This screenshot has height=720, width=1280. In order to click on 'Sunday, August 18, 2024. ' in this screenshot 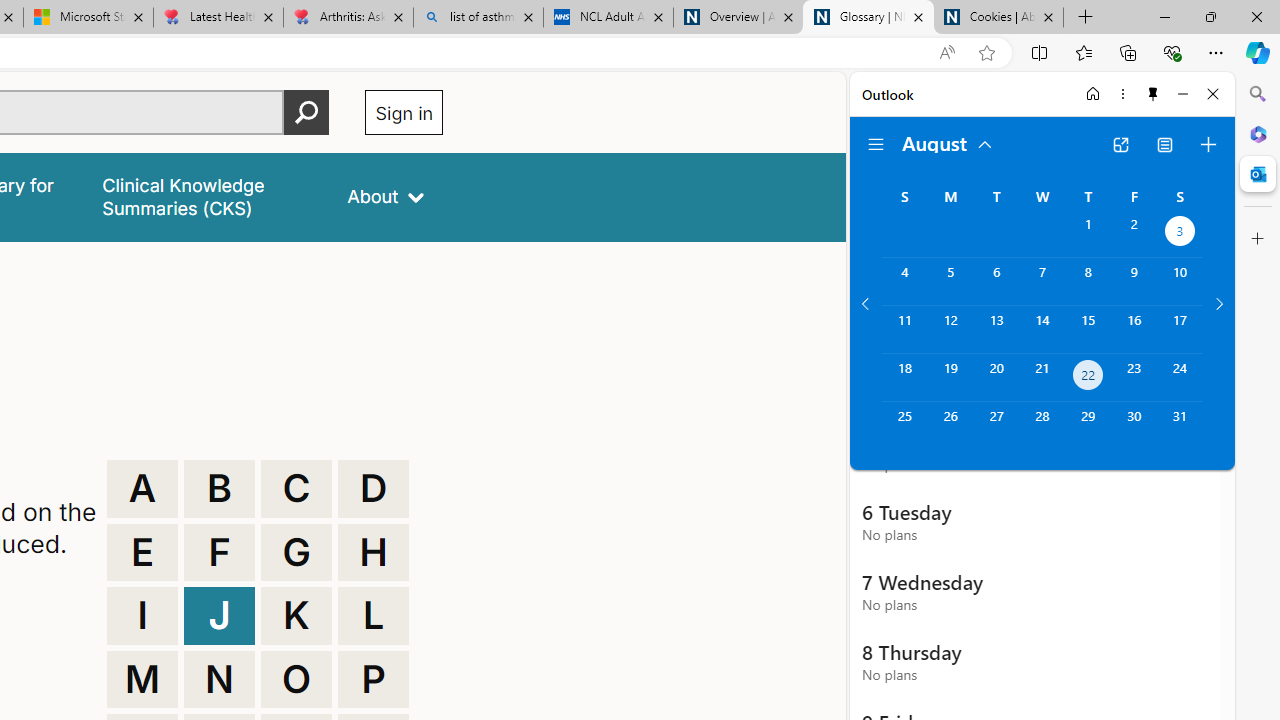, I will do `click(903, 377)`.